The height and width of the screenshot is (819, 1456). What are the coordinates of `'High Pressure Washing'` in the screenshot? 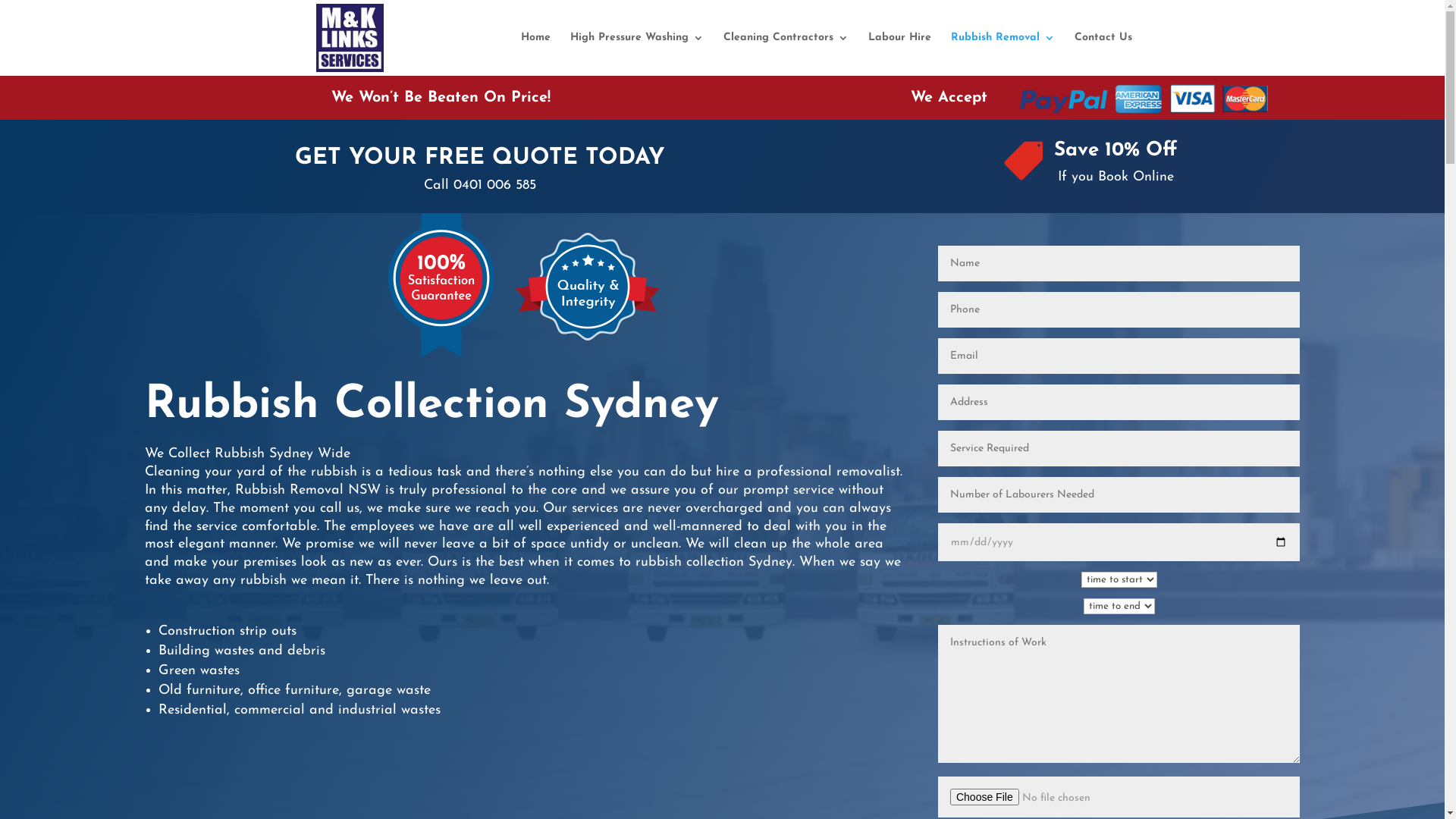 It's located at (637, 53).